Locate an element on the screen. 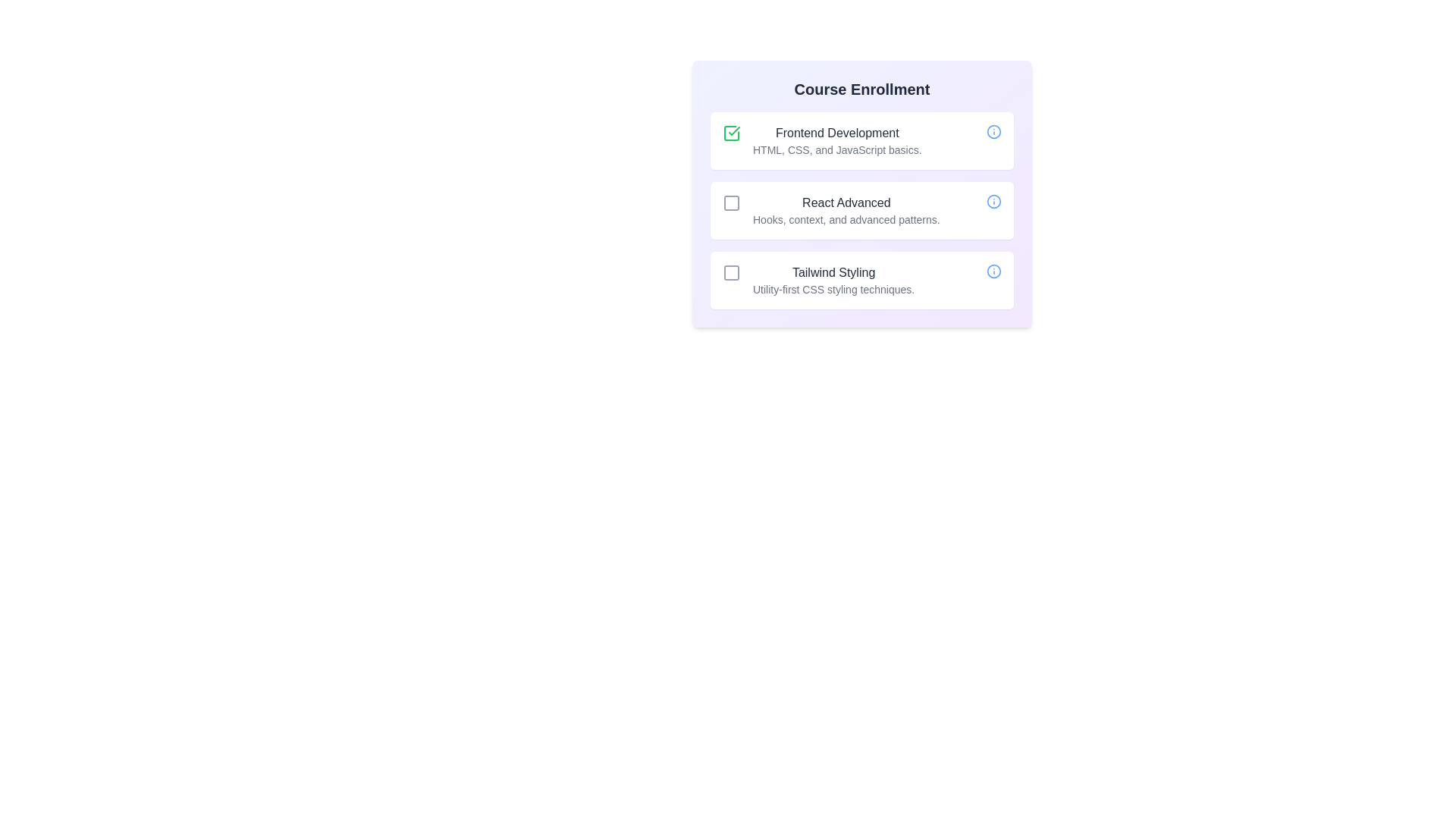 Image resolution: width=1456 pixels, height=819 pixels. the circular SVG element that represents an information point, located to the right of the 'Tailwind Styling' label in the Course Enrollment section is located at coordinates (993, 271).